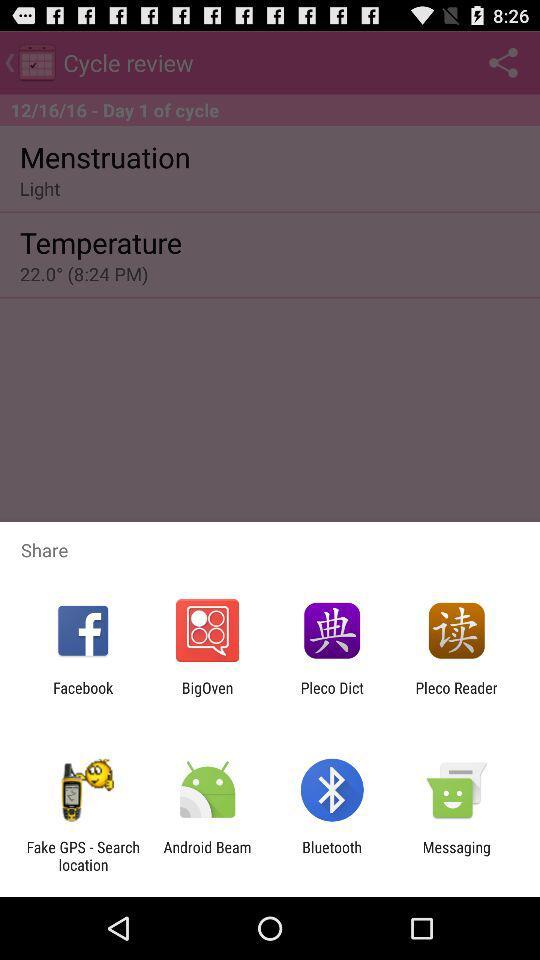 Image resolution: width=540 pixels, height=960 pixels. I want to click on item to the left of the android beam, so click(82, 855).